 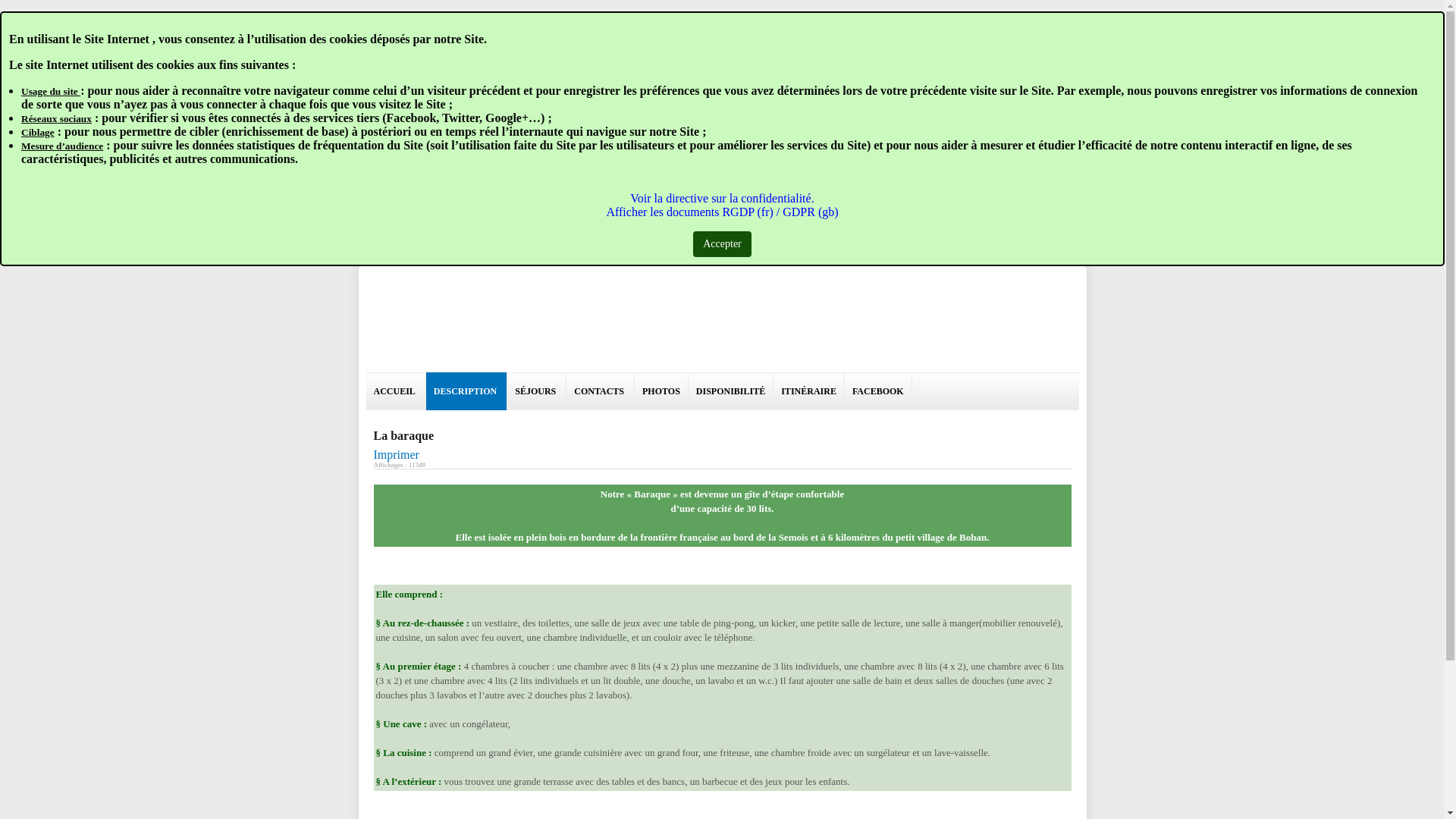 I want to click on 'ACCUEIL', so click(x=365, y=391).